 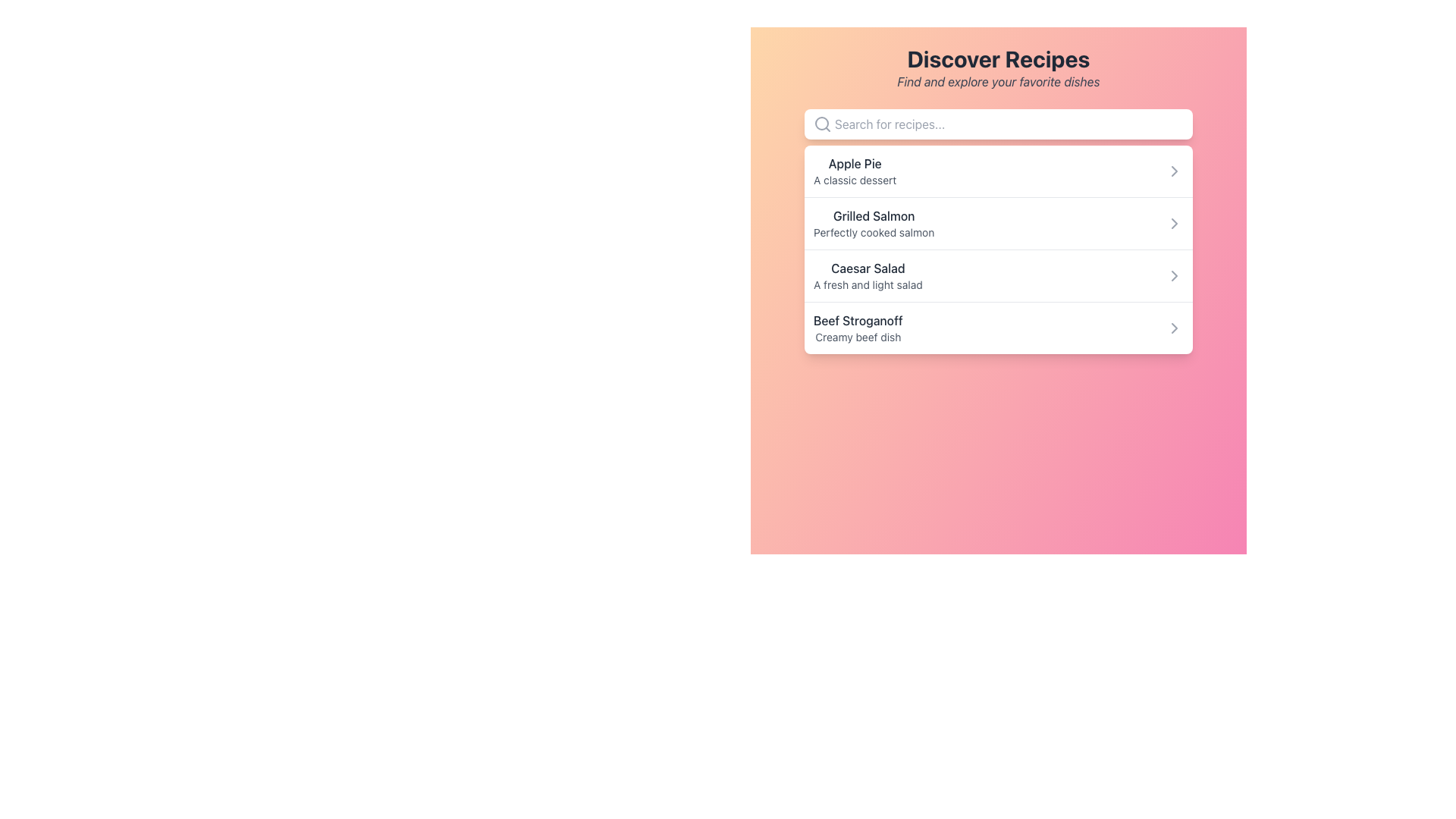 What do you see at coordinates (855, 164) in the screenshot?
I see `the text label reading 'Apple Pie' which is styled in bold dark gray, located at the top of the recipe list` at bounding box center [855, 164].